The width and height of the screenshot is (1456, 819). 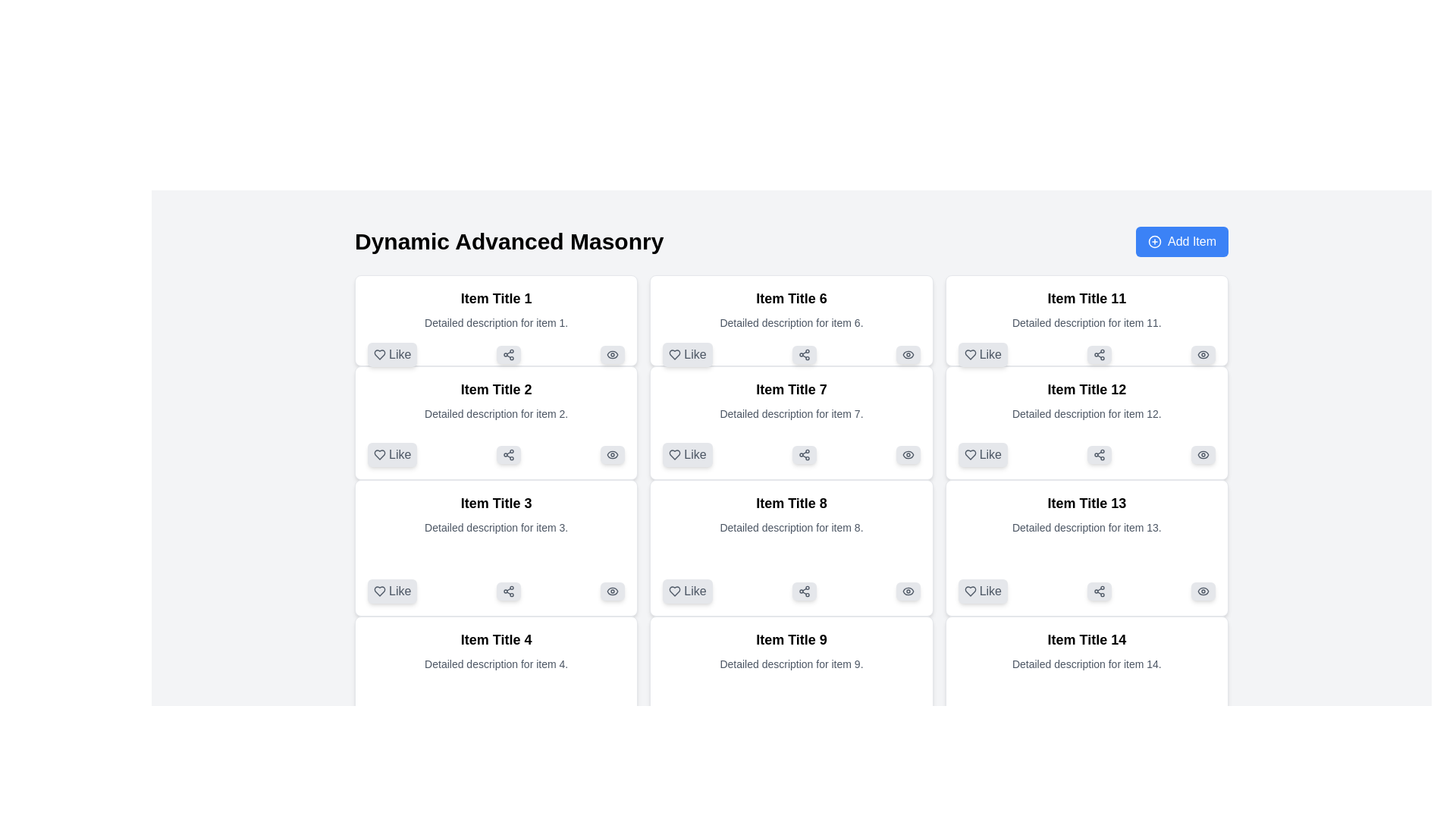 What do you see at coordinates (969, 590) in the screenshot?
I see `the heart-shaped icon within the 'Like' button located beneath 'Item Title 13' to trigger a tooltip or visual feedback` at bounding box center [969, 590].